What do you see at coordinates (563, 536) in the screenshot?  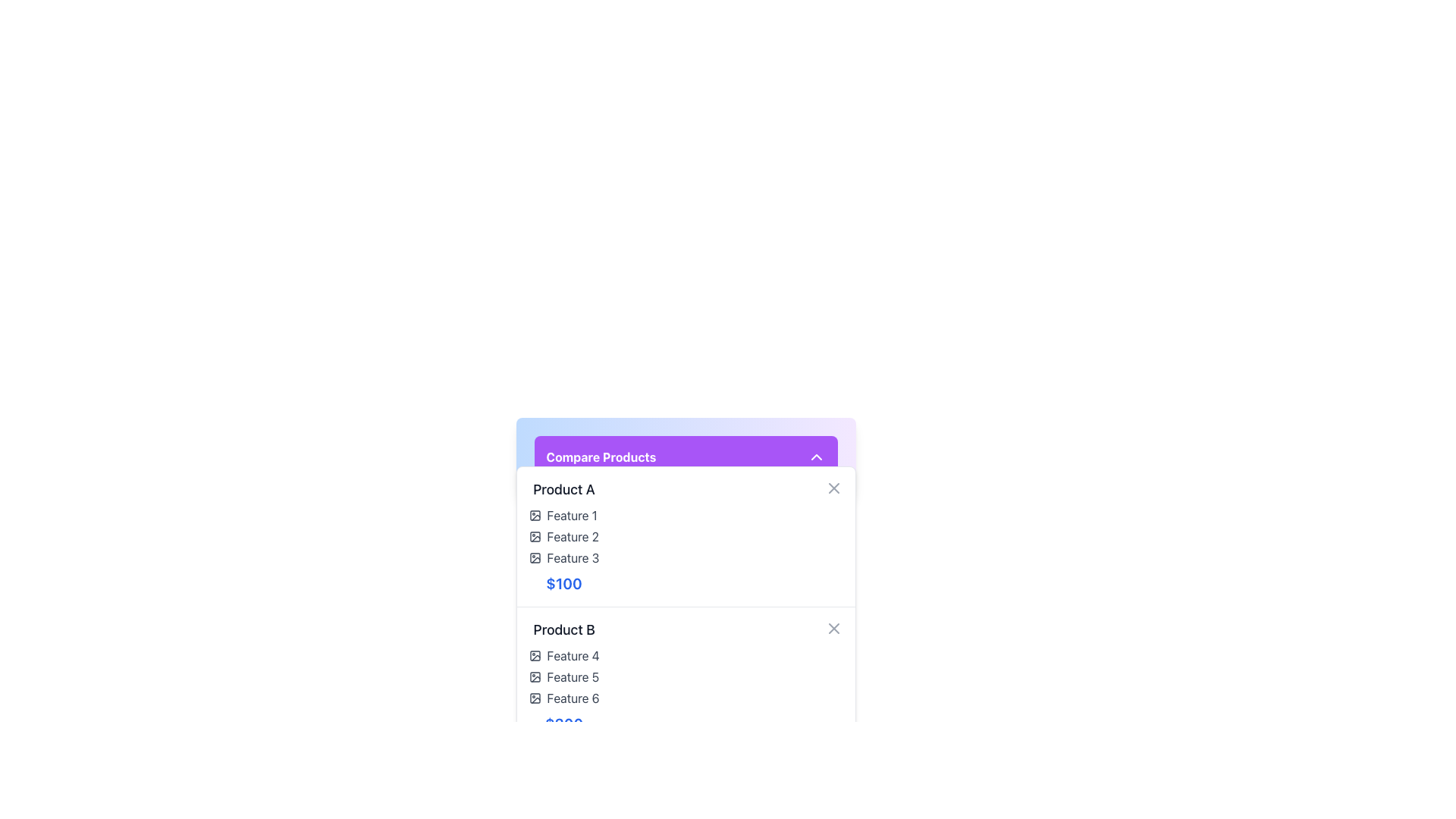 I see `the text 'Feature 2' with the accompanying icon to highlight it` at bounding box center [563, 536].